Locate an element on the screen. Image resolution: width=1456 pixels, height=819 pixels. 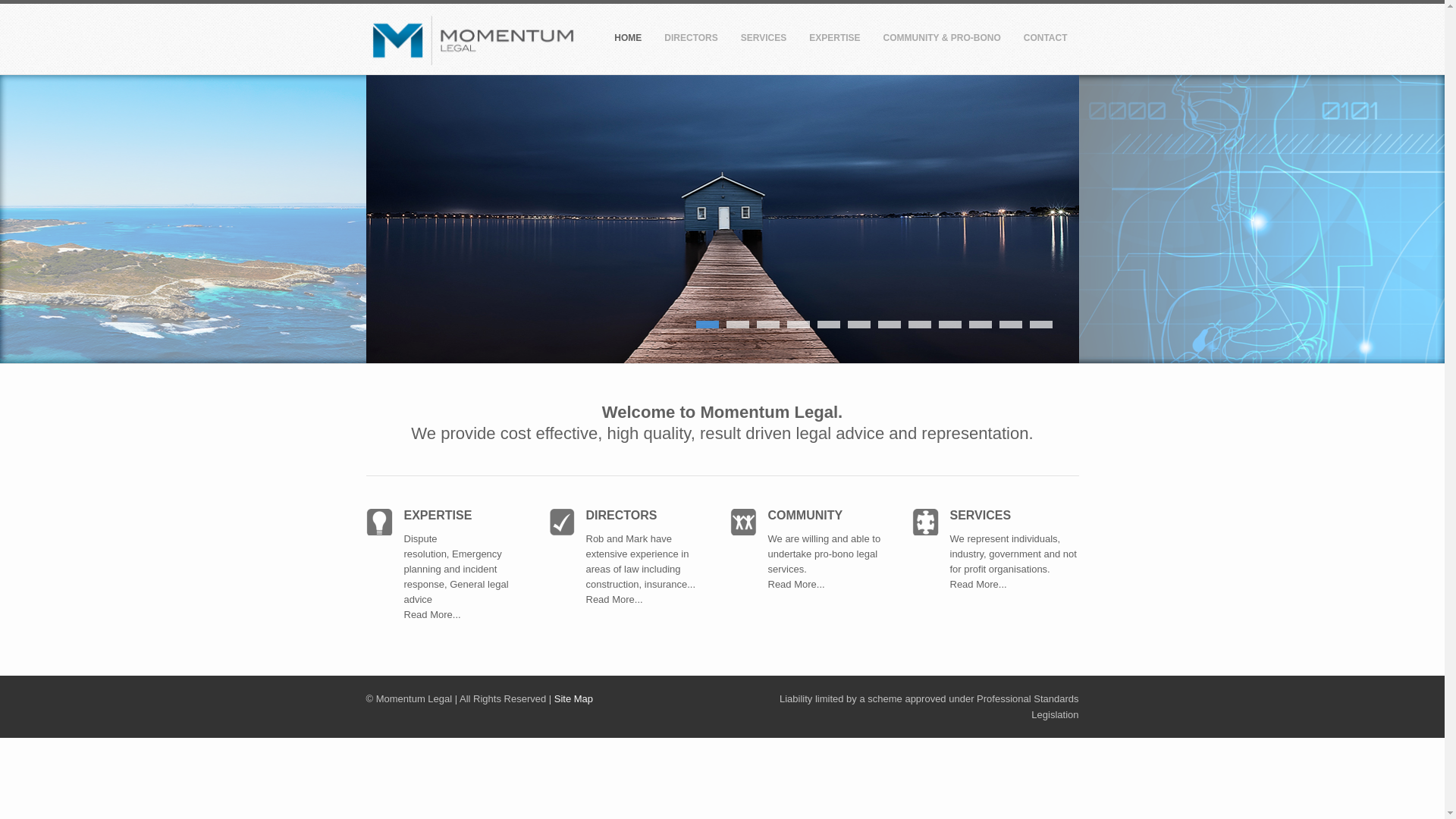
'6' is located at coordinates (858, 324).